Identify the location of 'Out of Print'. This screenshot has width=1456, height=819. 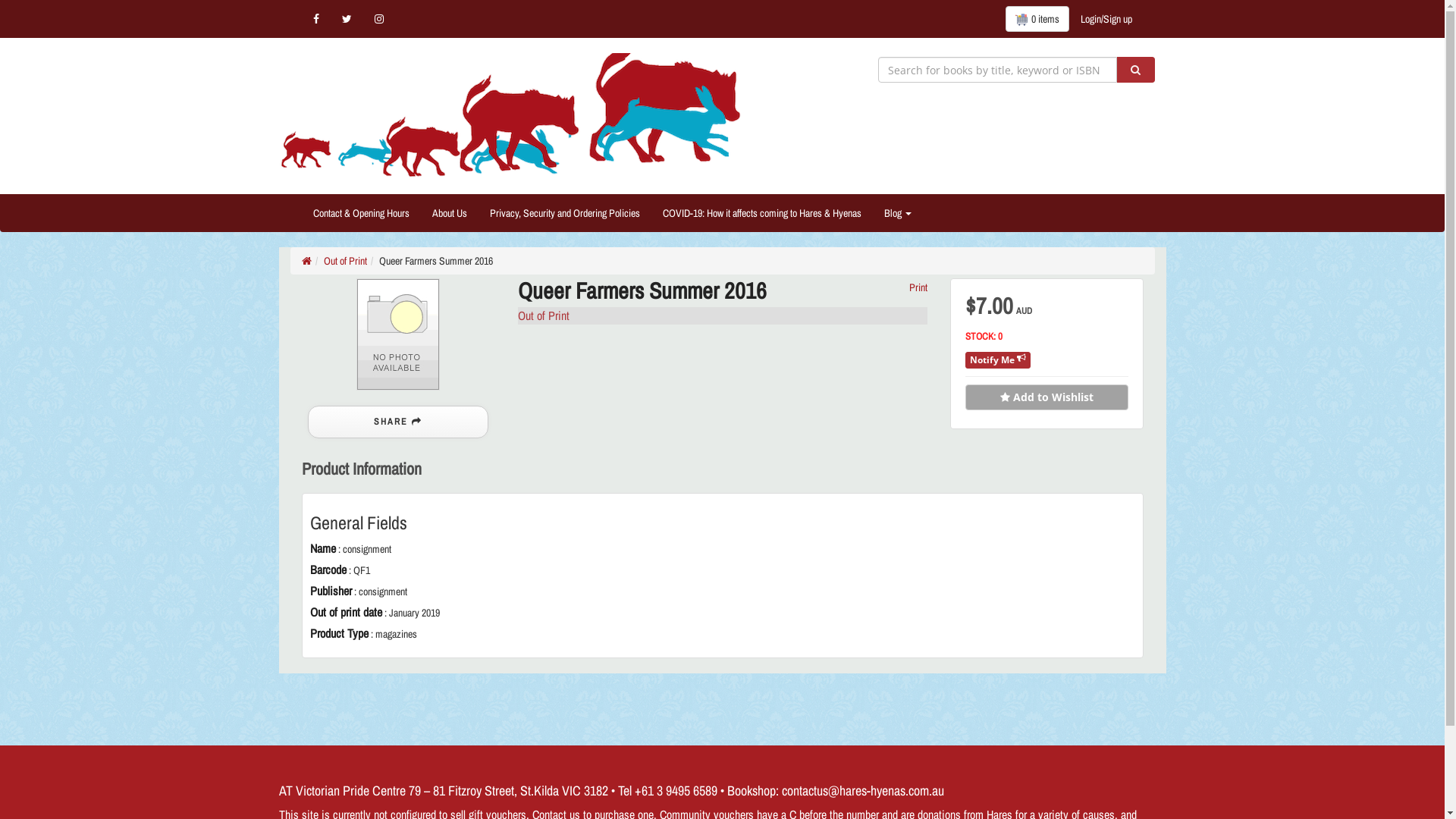
(344, 259).